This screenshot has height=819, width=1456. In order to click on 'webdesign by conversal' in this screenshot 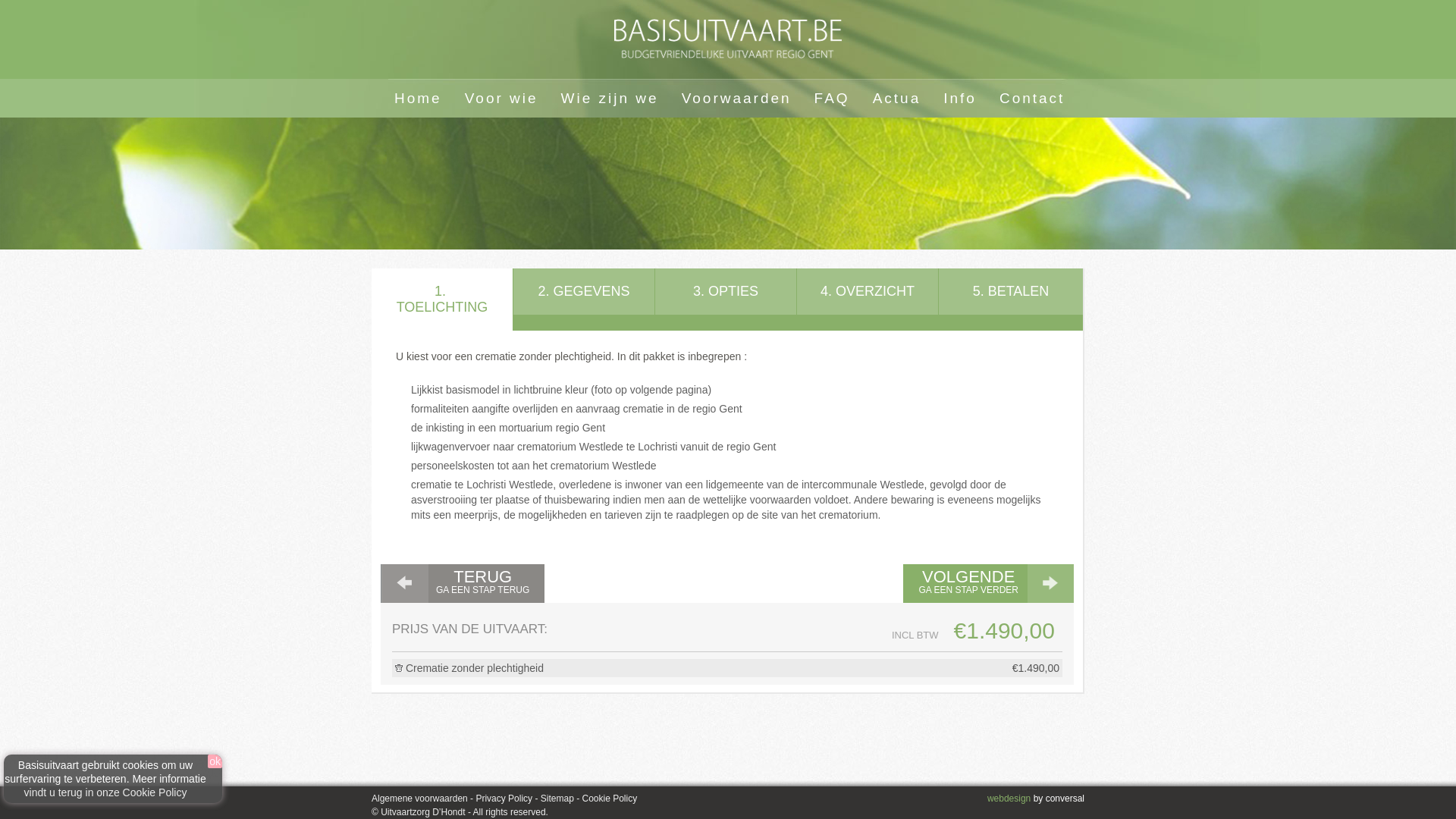, I will do `click(1035, 798)`.